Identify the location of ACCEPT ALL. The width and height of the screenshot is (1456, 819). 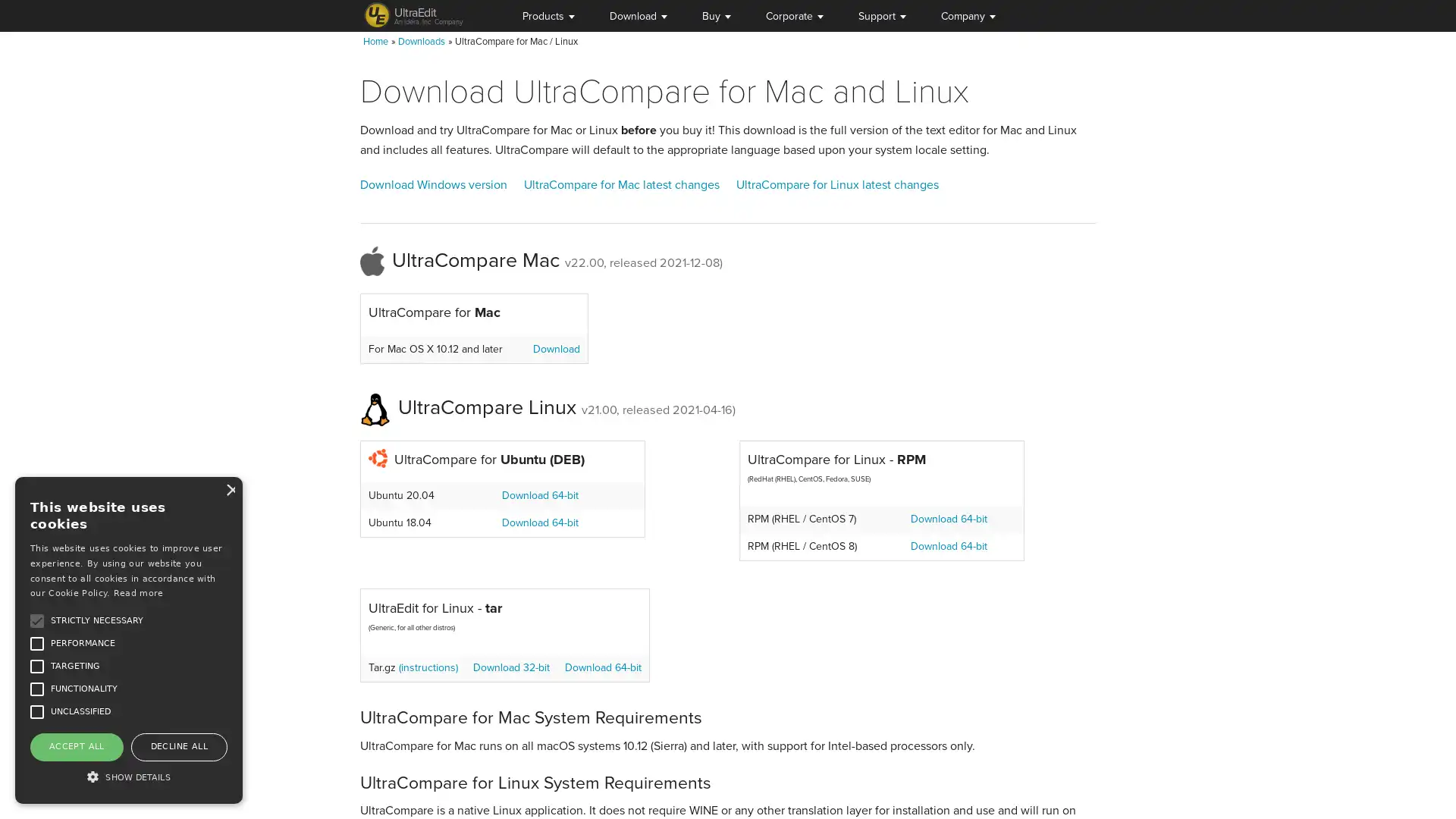
(75, 745).